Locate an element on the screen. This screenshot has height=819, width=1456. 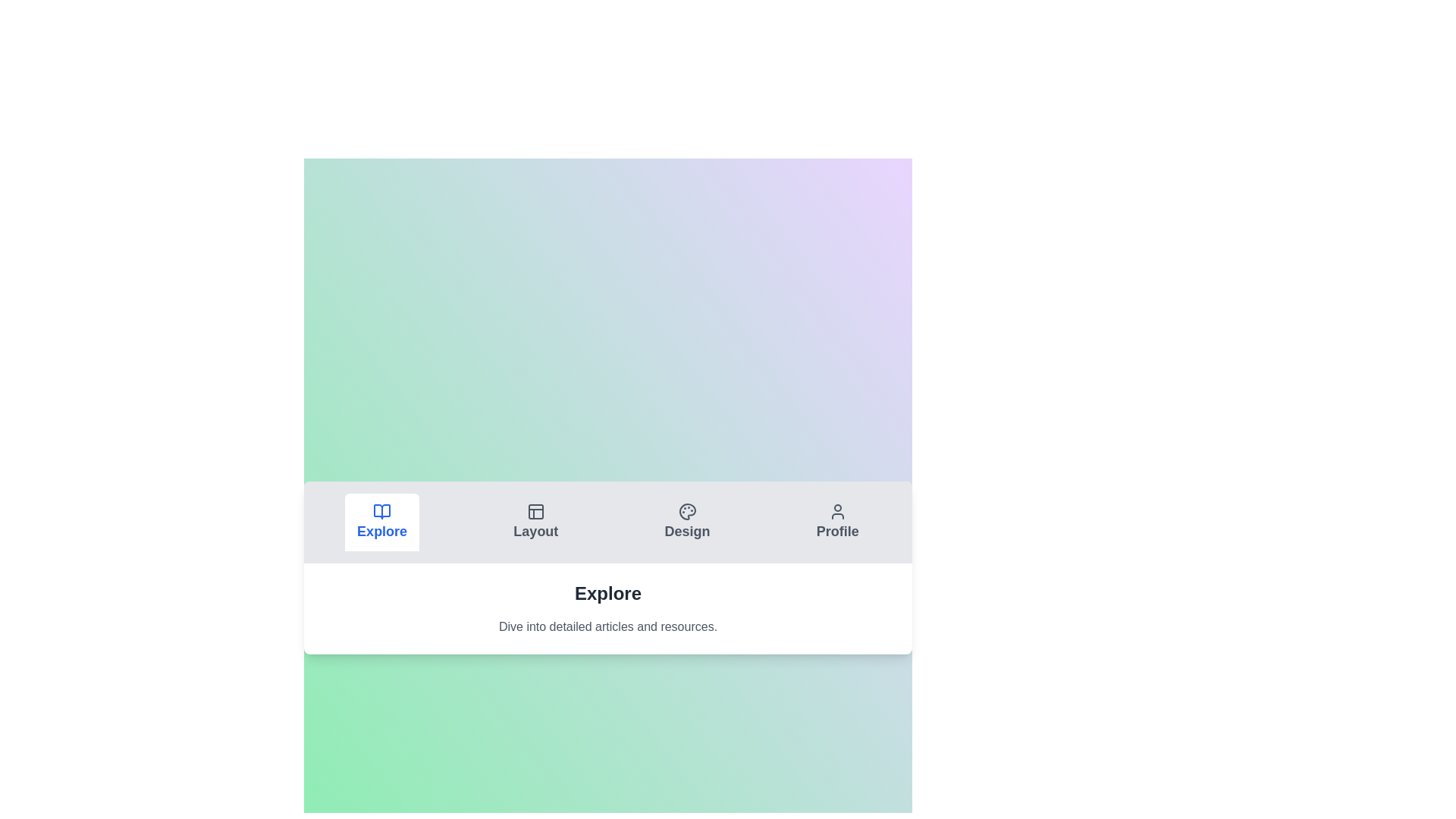
the icon of the Design tab to switch to its content is located at coordinates (686, 512).